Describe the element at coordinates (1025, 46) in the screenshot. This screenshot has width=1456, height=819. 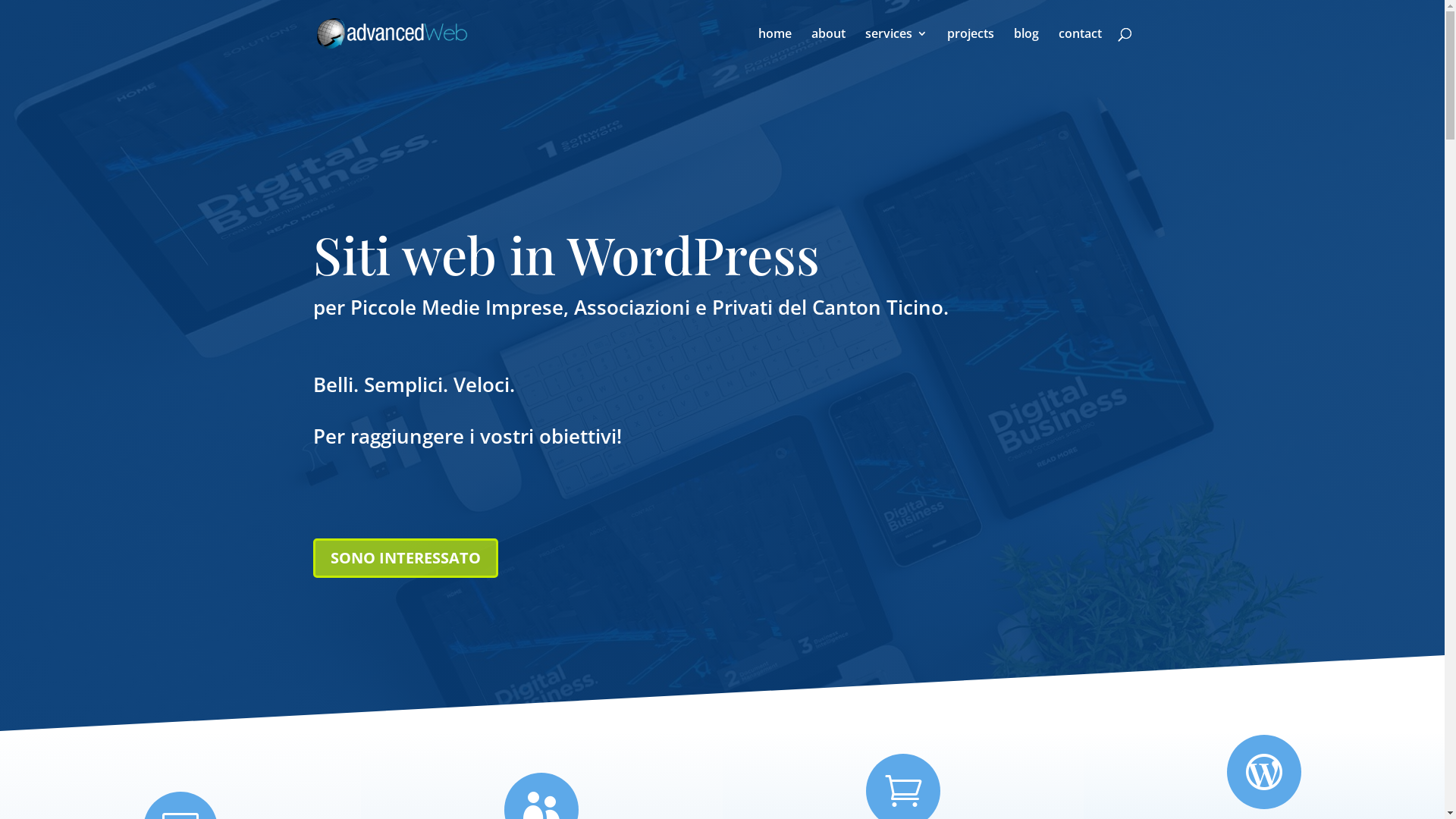
I see `'blog'` at that location.